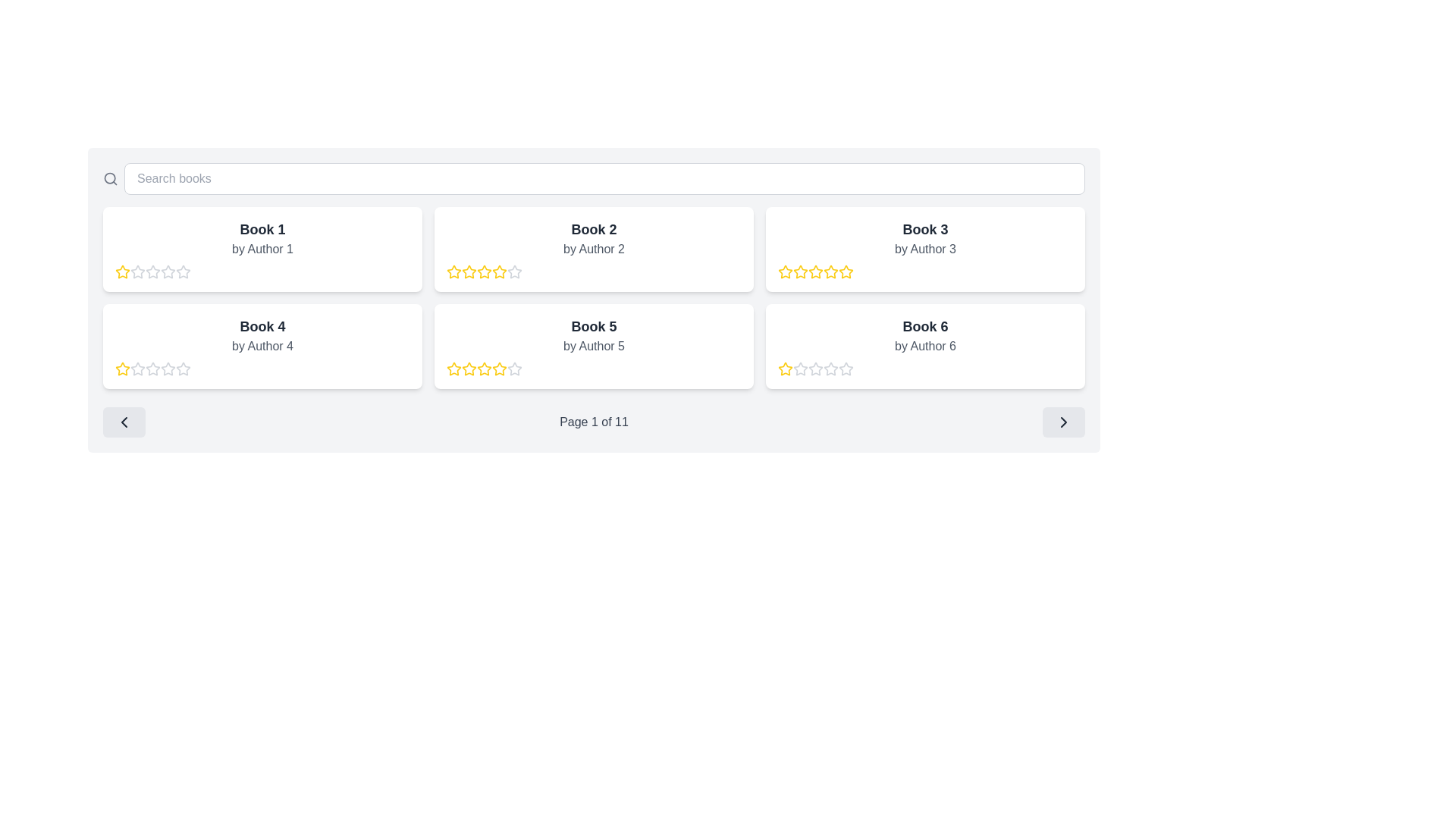  What do you see at coordinates (924, 248) in the screenshot?
I see `text content of the label displaying 'by Author 3', which is styled in a light gray font and positioned beneath the title 'Book 3' in the second column of the grid` at bounding box center [924, 248].